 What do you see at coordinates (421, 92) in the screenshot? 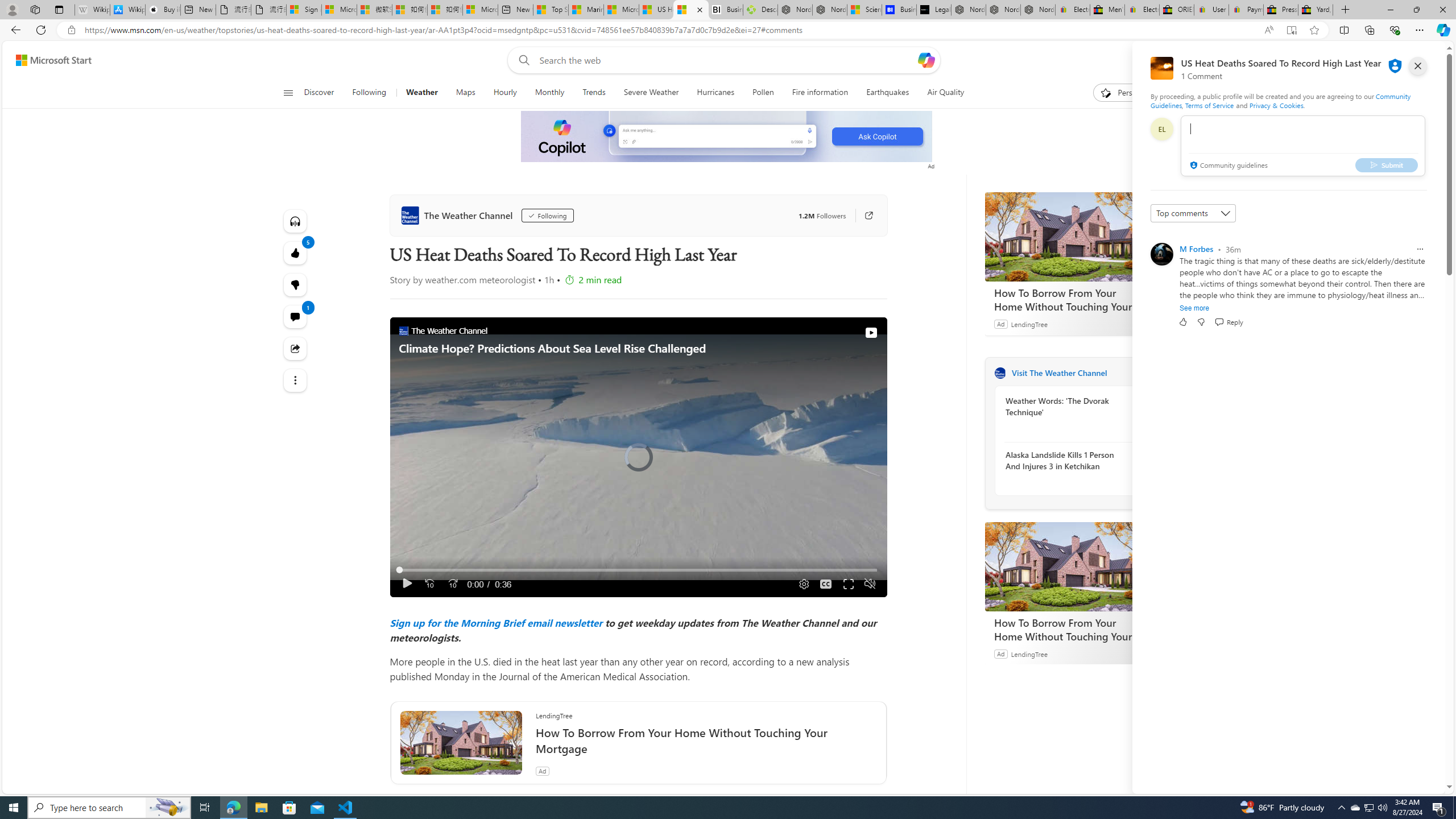
I see `'Weather'` at bounding box center [421, 92].